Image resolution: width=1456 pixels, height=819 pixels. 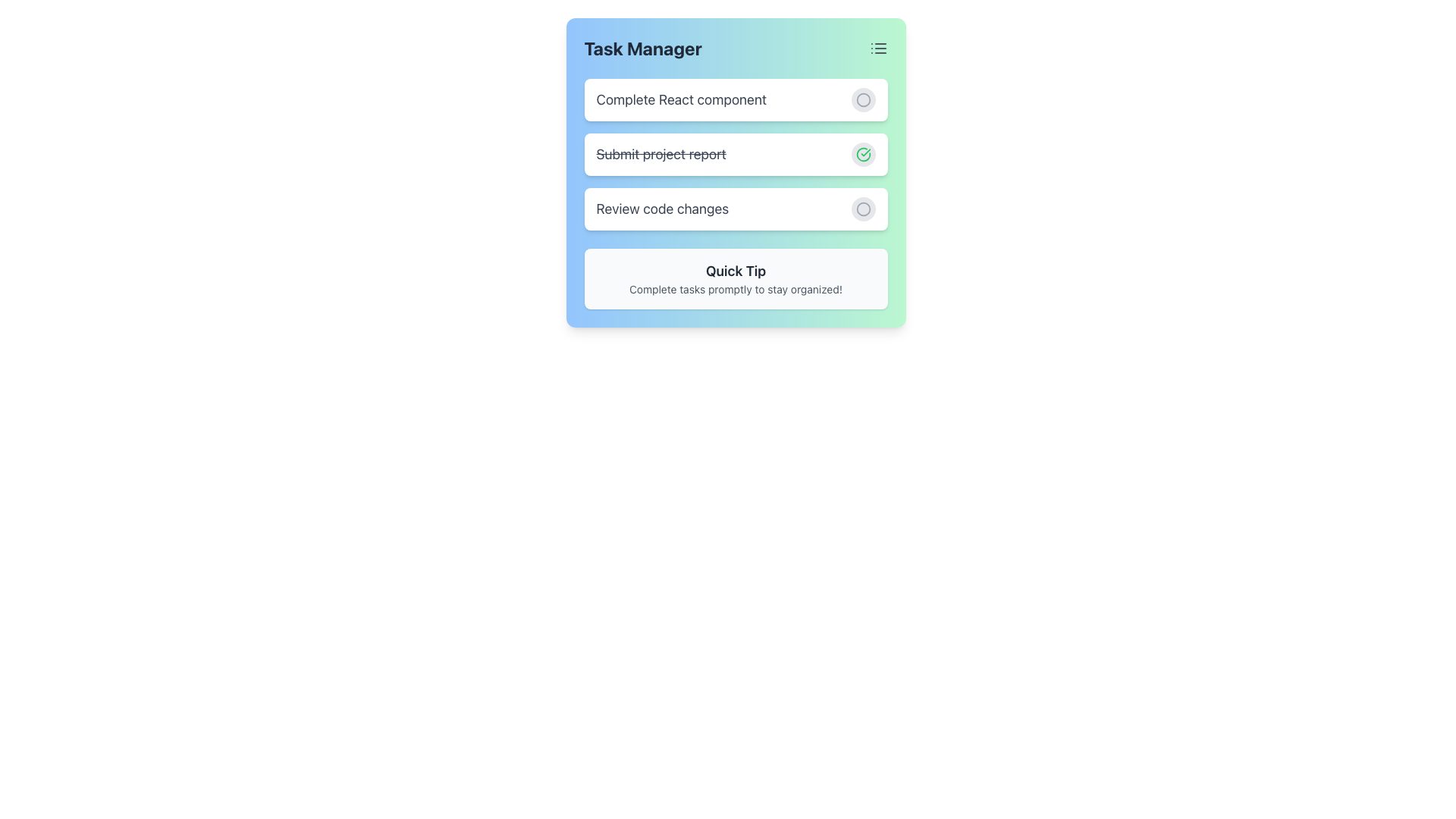 What do you see at coordinates (863, 155) in the screenshot?
I see `the outer circular arc of the checkmark graphic indicating the completion status of the 'Submit project report' task in the task list` at bounding box center [863, 155].